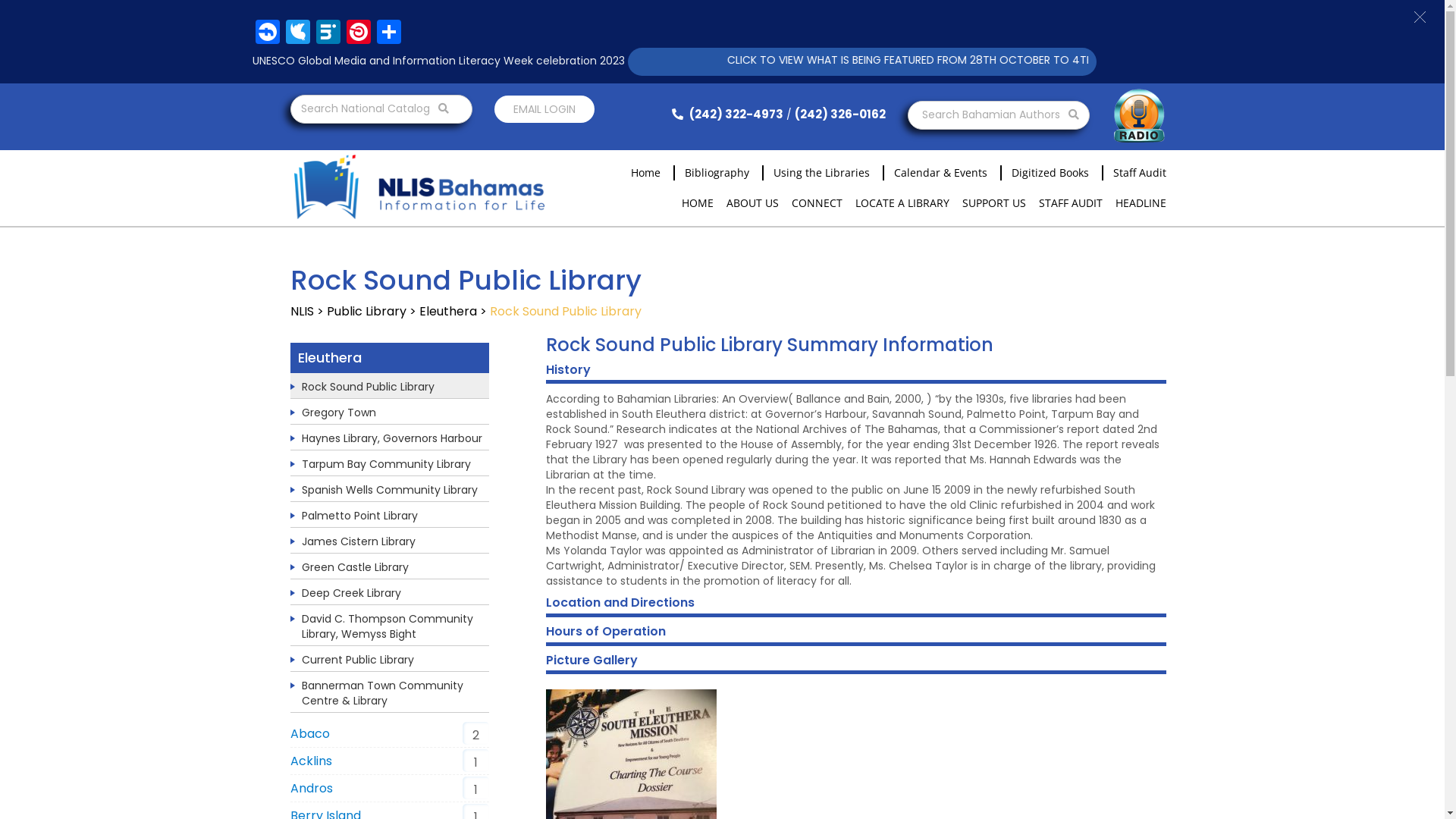  I want to click on '(242) 326-0162', so click(839, 113).